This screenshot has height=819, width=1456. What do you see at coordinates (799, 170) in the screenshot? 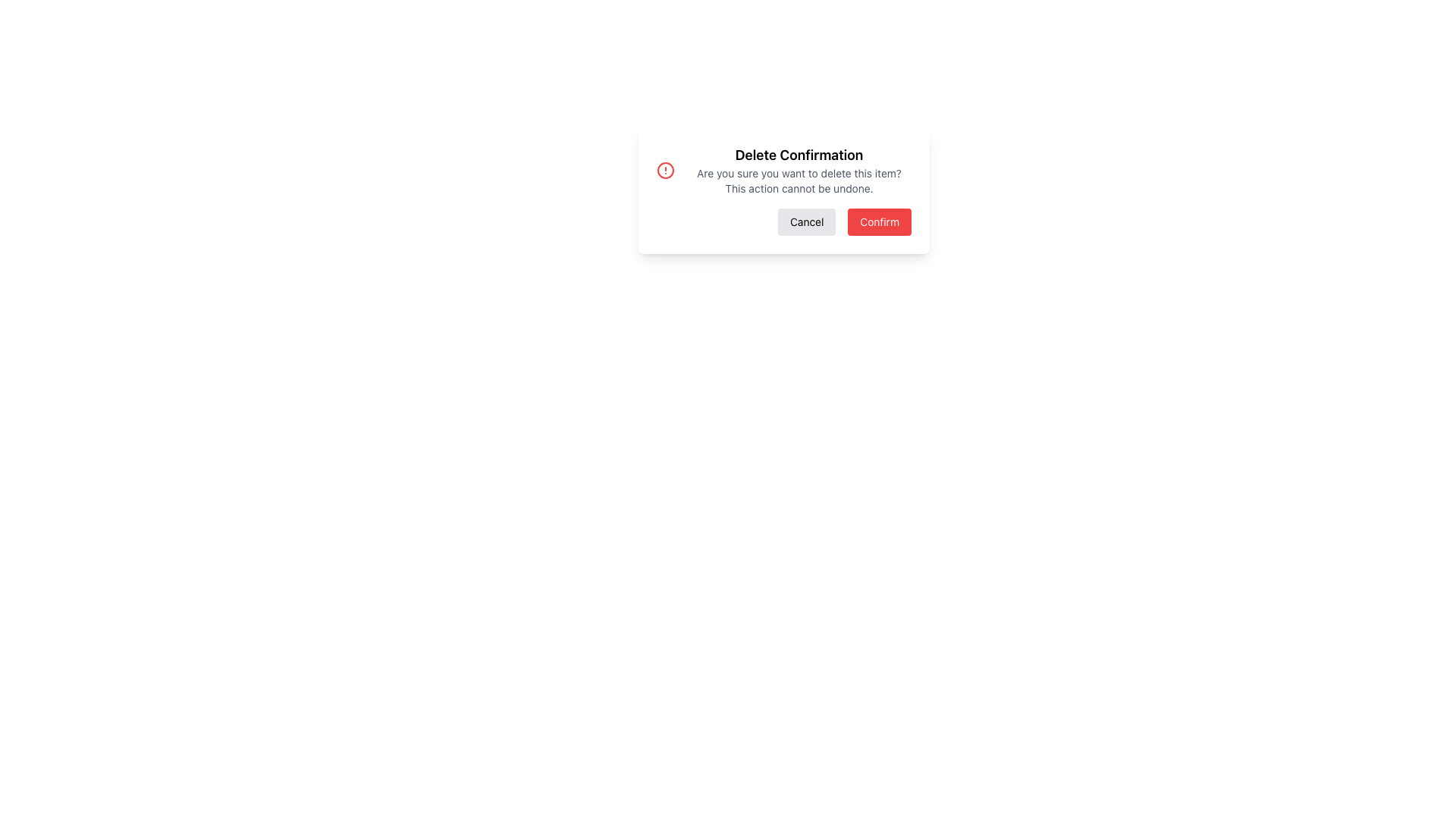
I see `the static text content that confirms user awareness of the consequences of deleting an item, located in the modal dialog box above the 'Cancel' and 'Confirm' buttons` at bounding box center [799, 170].